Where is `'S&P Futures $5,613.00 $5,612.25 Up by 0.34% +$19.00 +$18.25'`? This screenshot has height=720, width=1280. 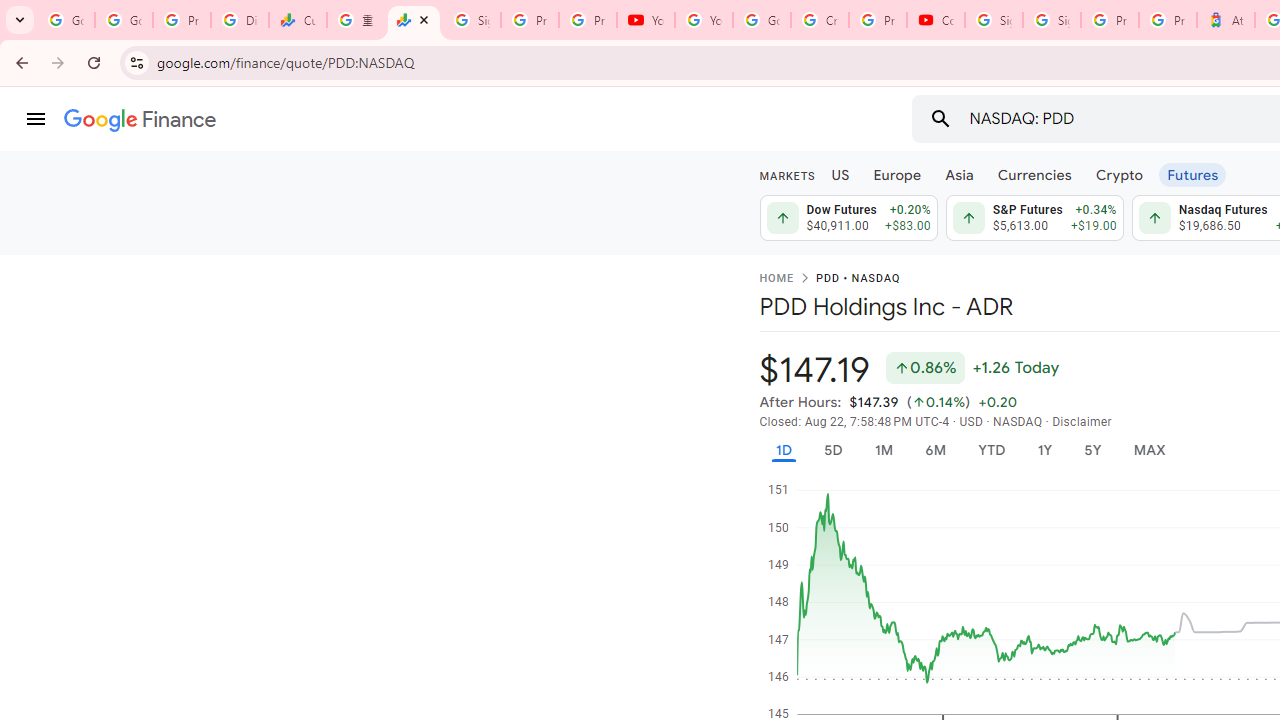 'S&P Futures $5,613.00 $5,612.25 Up by 0.34% +$19.00 +$18.25' is located at coordinates (1034, 218).